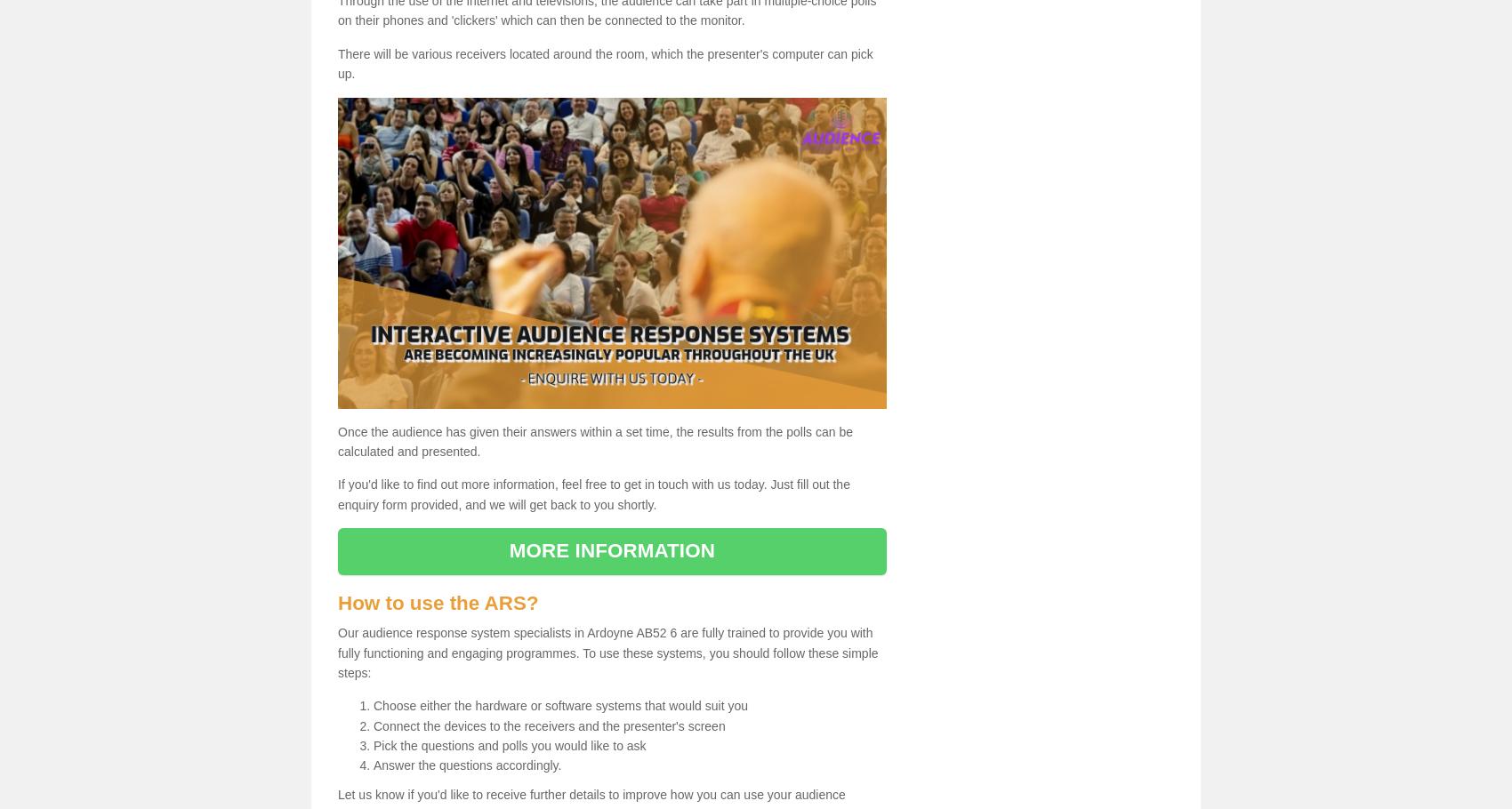 The image size is (1512, 809). I want to click on 'Our audience response system specialists in Ardoyne AB52 6 are fully trained to provide you with fully functioning and engaging programmes. To use these systems, you should follow these simple steps:', so click(607, 652).